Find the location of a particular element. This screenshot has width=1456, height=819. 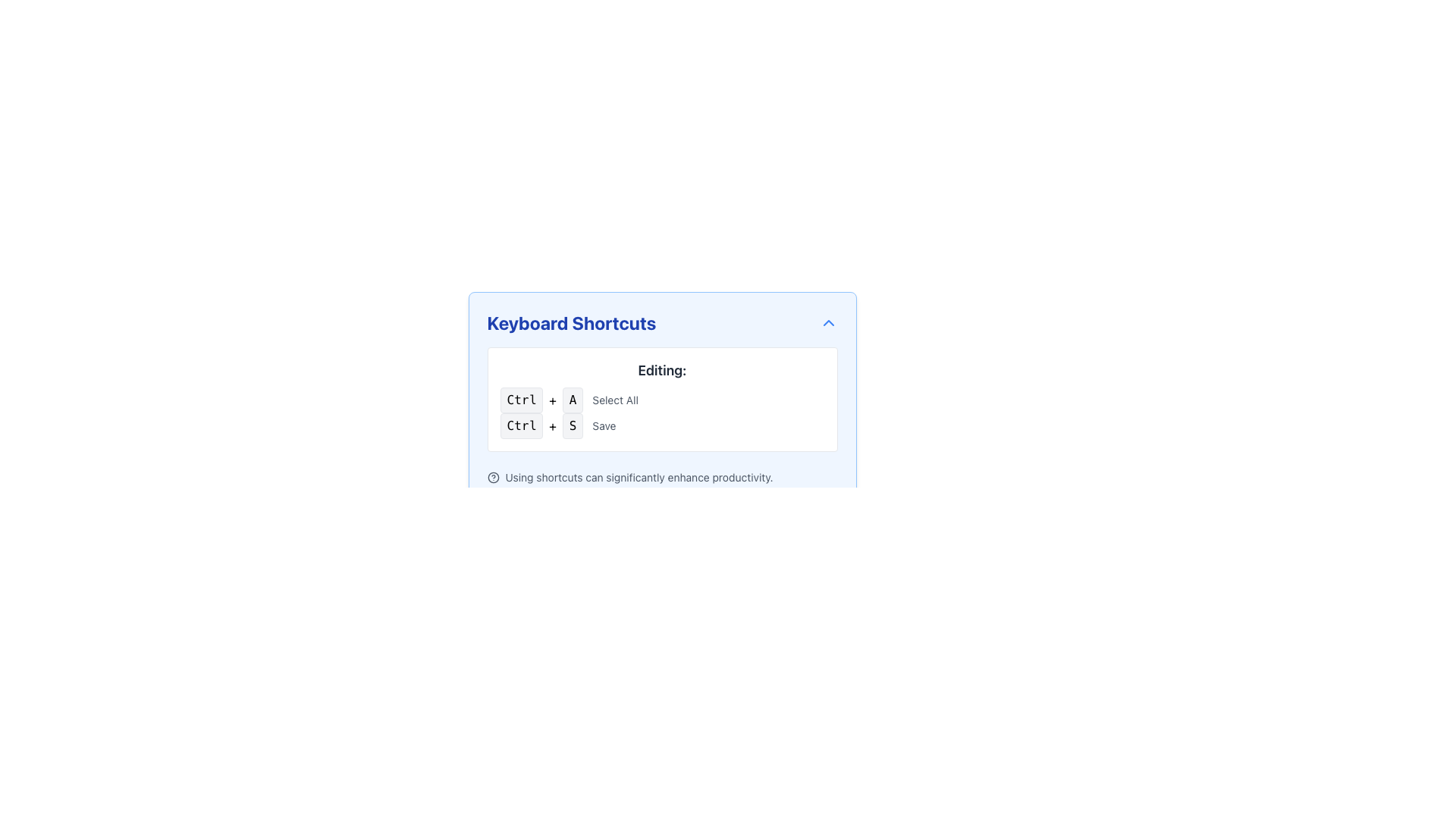

the help icon located to the left of the informational text 'Using shortcuts can significantly enhance productivity.' is located at coordinates (662, 476).